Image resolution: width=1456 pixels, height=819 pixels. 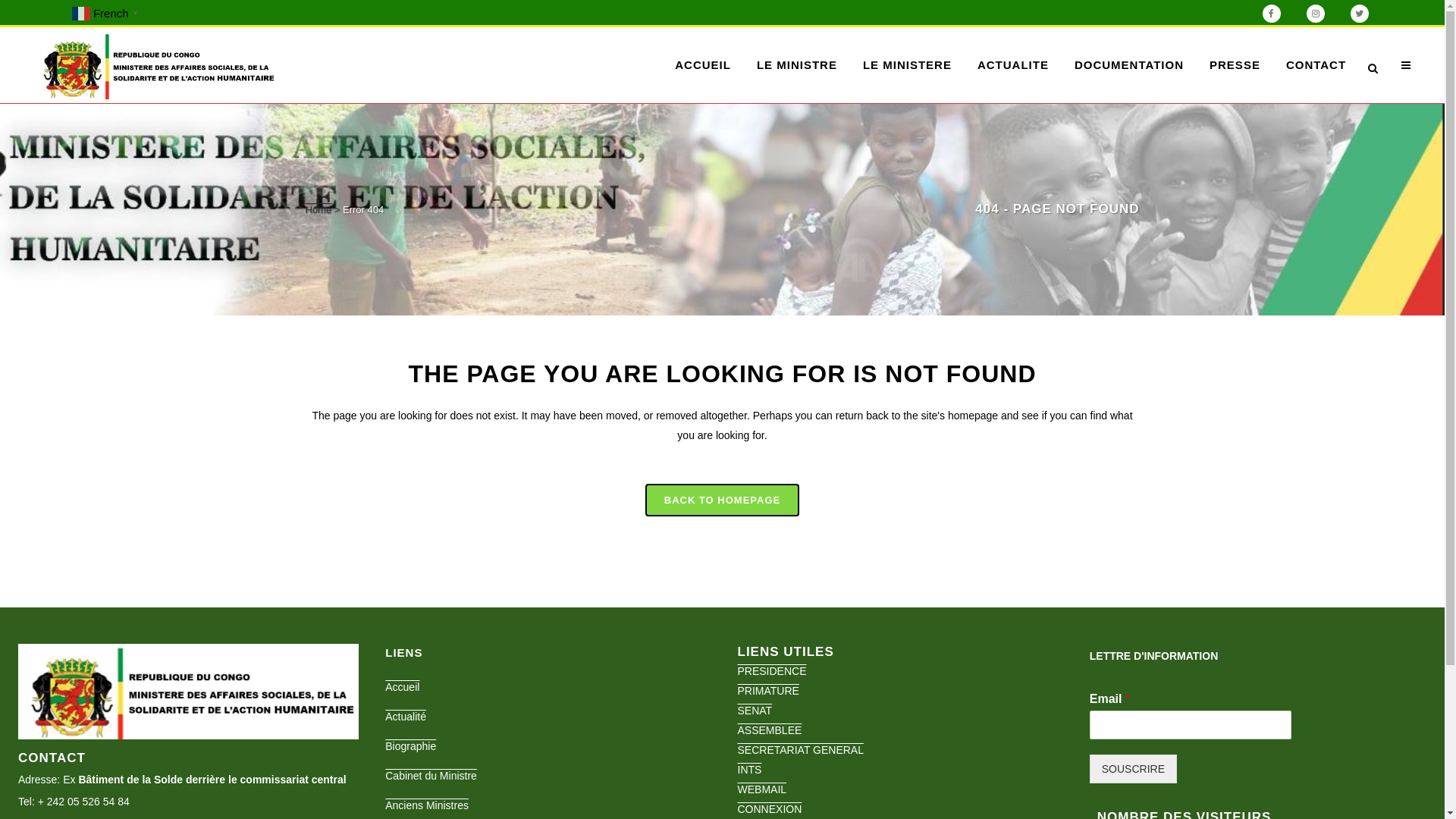 I want to click on 'CONTACT', so click(x=1315, y=64).